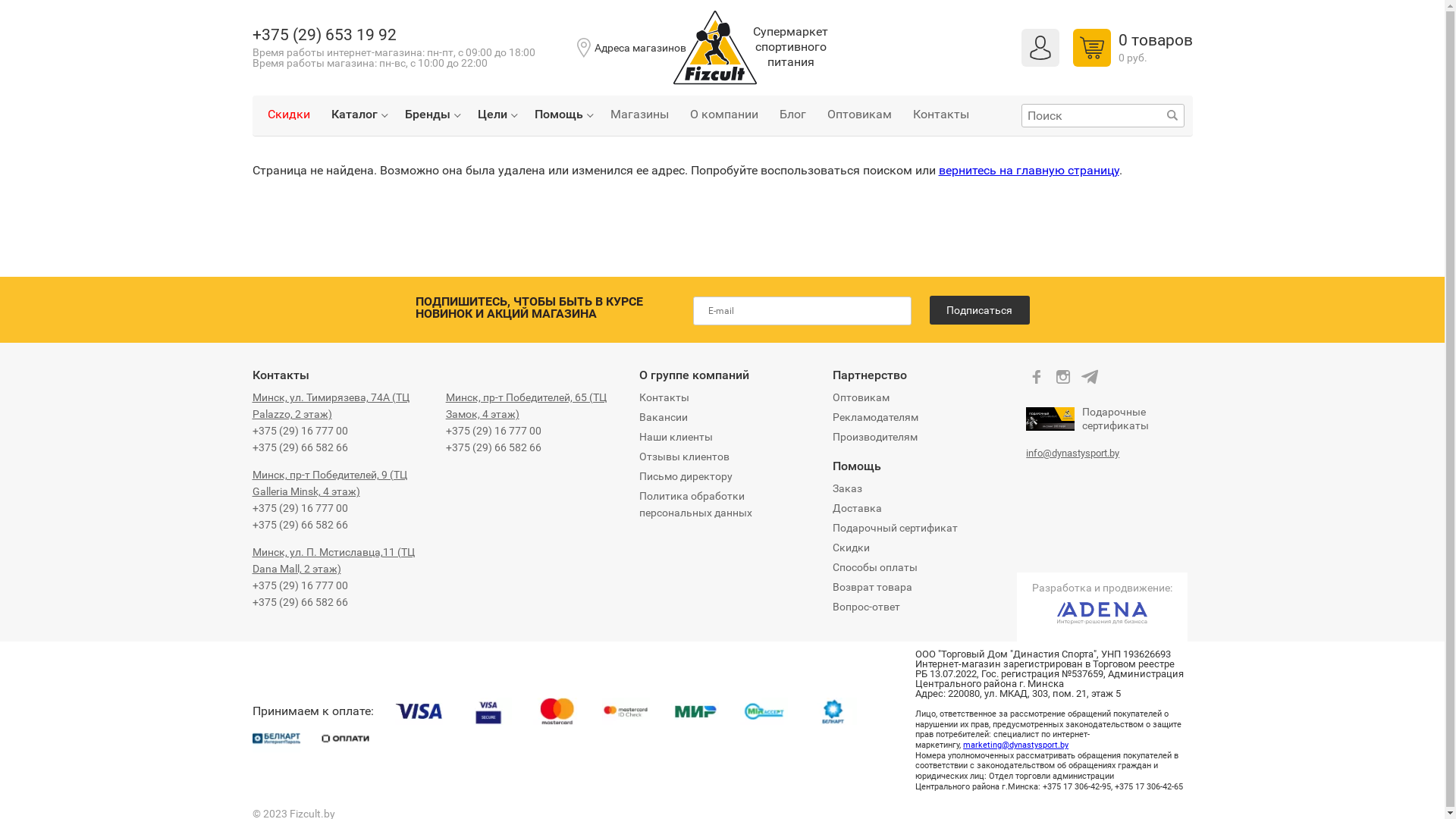  Describe the element at coordinates (251, 430) in the screenshot. I see `'+375 (29) 16 777 00'` at that location.